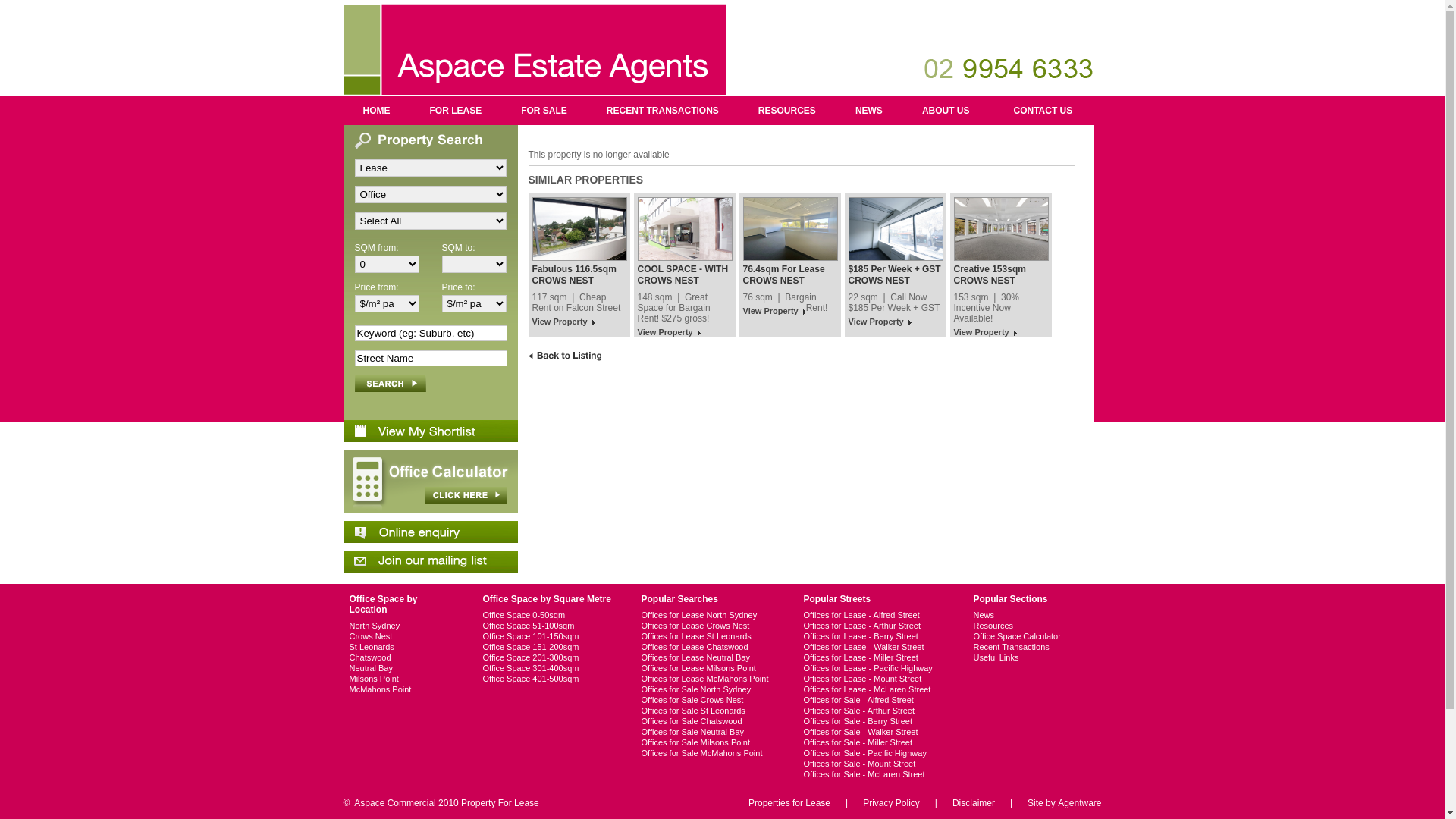  I want to click on 'Offices for Lease - Walker Street', so click(876, 646).